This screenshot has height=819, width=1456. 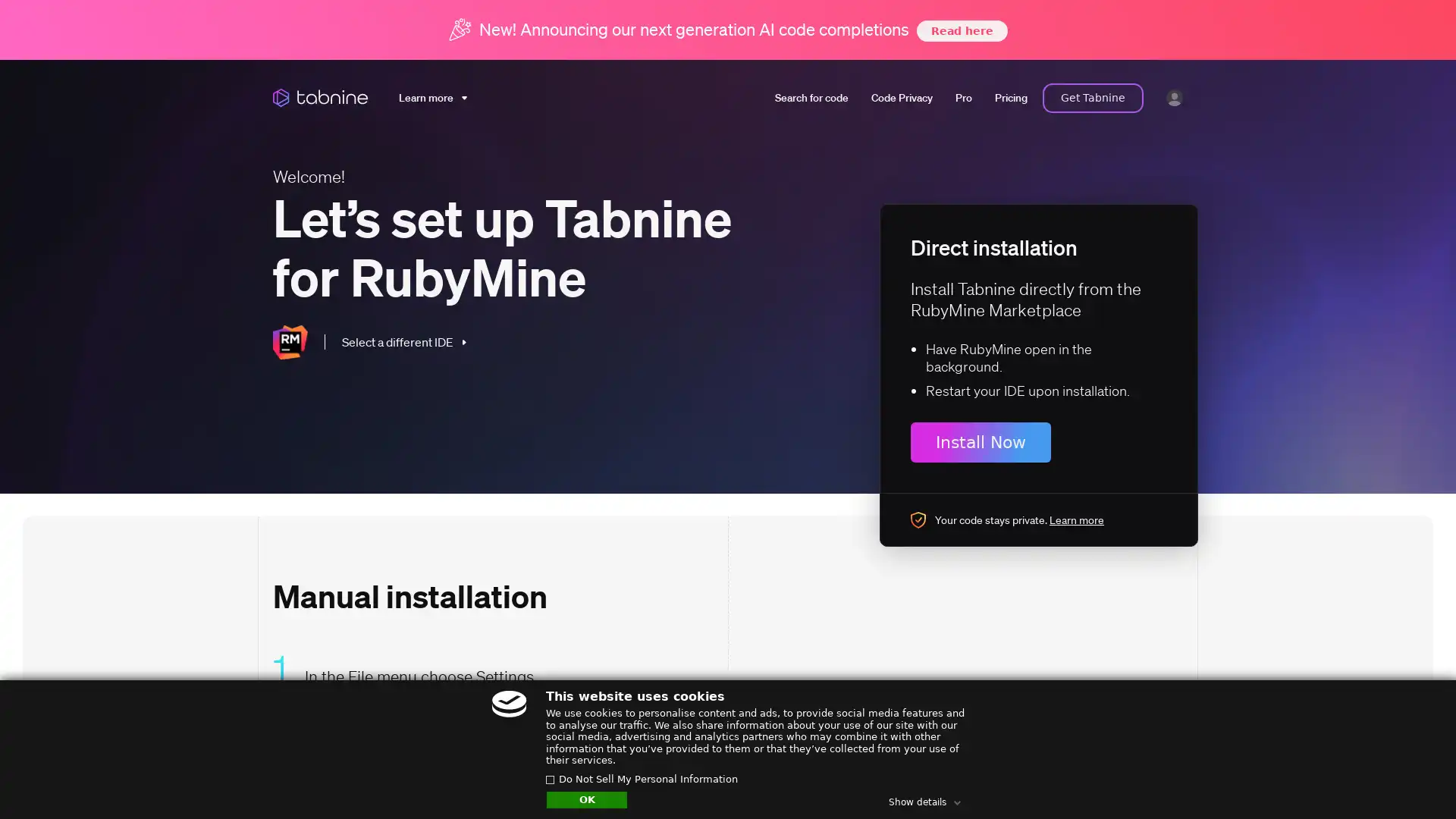 What do you see at coordinates (1376, 761) in the screenshot?
I see `Dismiss Message` at bounding box center [1376, 761].